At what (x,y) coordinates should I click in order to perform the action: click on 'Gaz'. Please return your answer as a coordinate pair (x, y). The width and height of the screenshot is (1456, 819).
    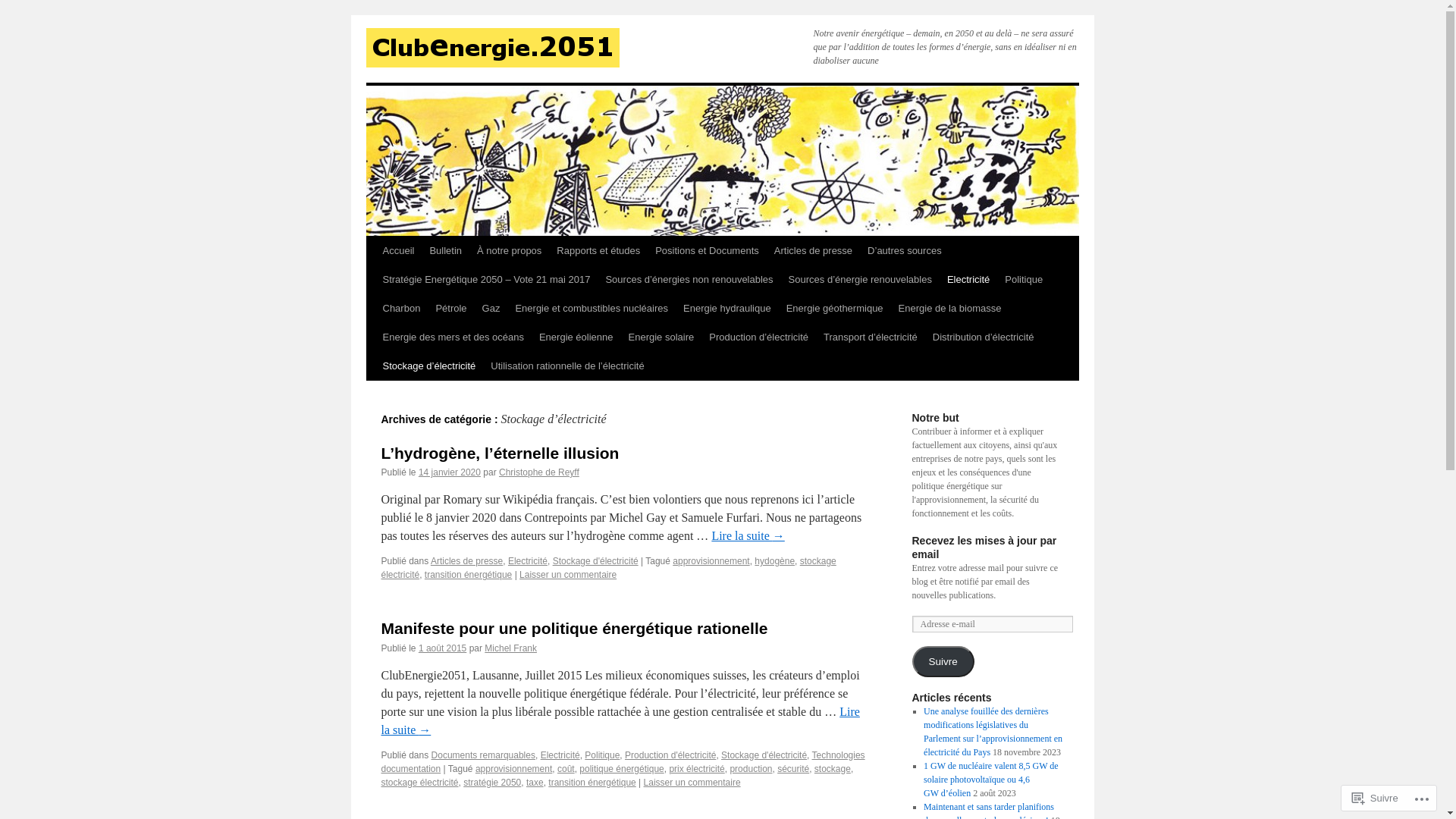
    Looking at the image, I should click on (491, 308).